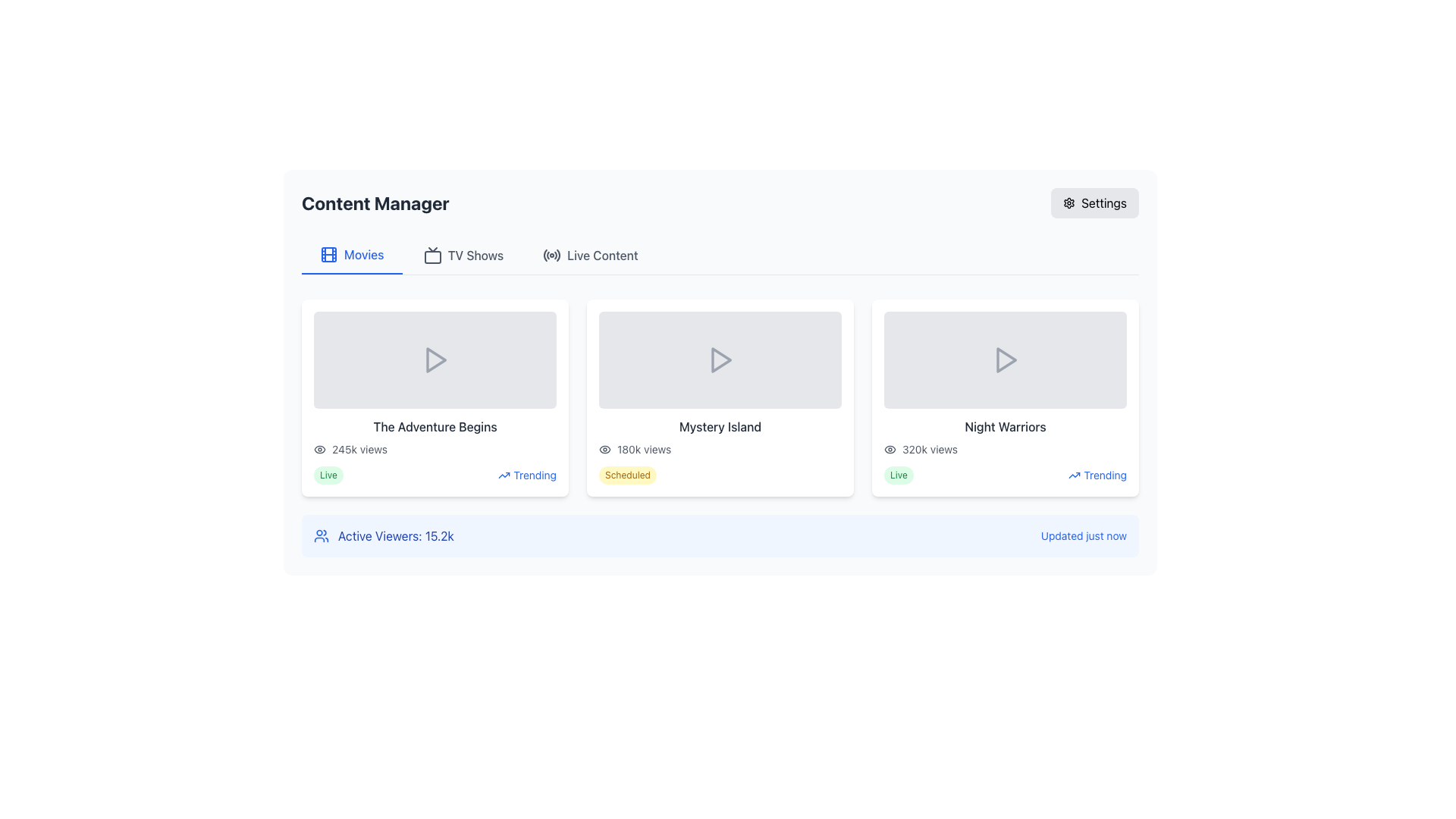 Image resolution: width=1456 pixels, height=819 pixels. I want to click on the 'Live Content' tab in the navigation bar, so click(720, 255).